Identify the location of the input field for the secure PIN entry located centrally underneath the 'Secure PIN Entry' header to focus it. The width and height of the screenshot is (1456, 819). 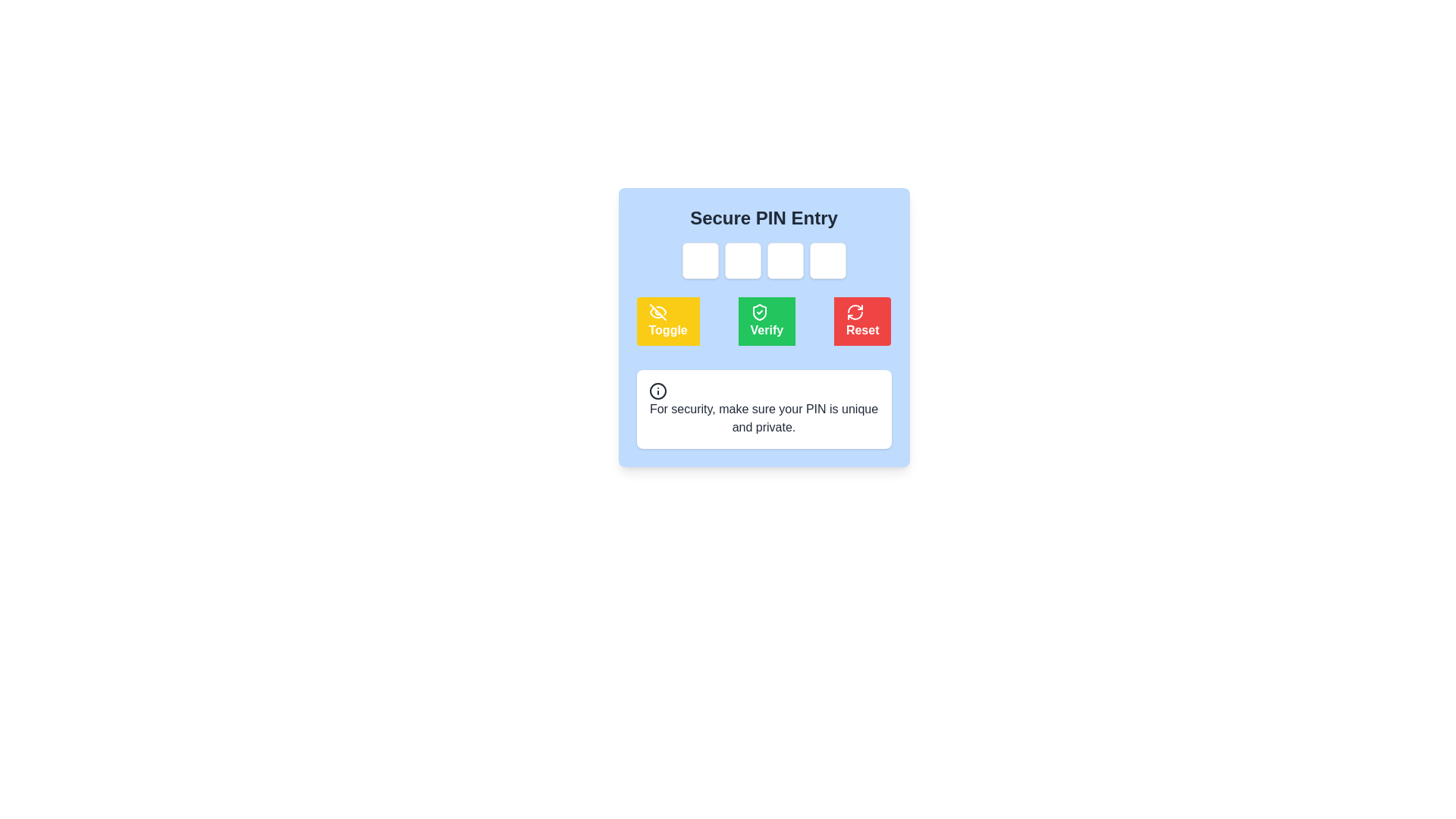
(764, 259).